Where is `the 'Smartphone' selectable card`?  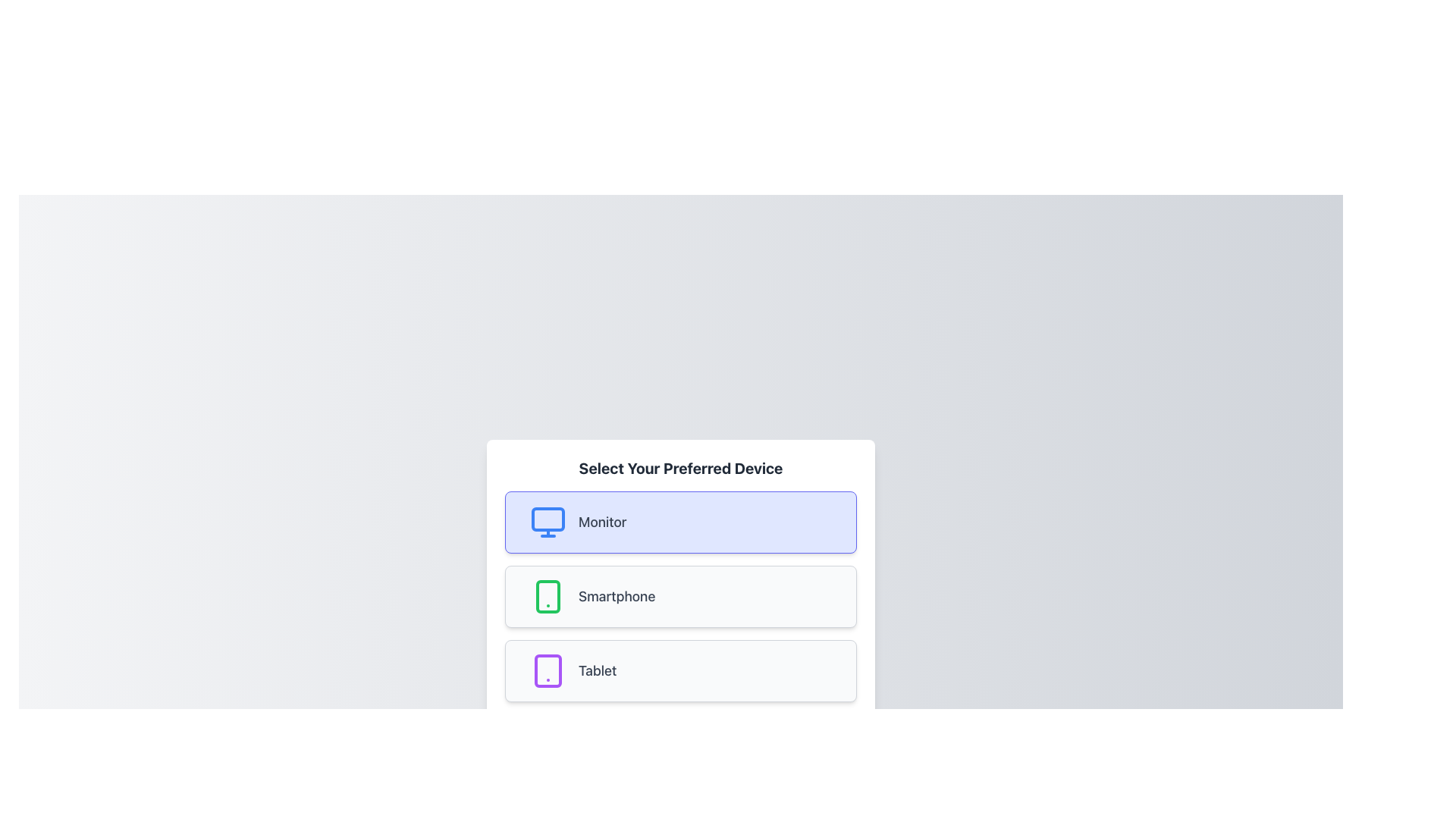 the 'Smartphone' selectable card is located at coordinates (679, 595).